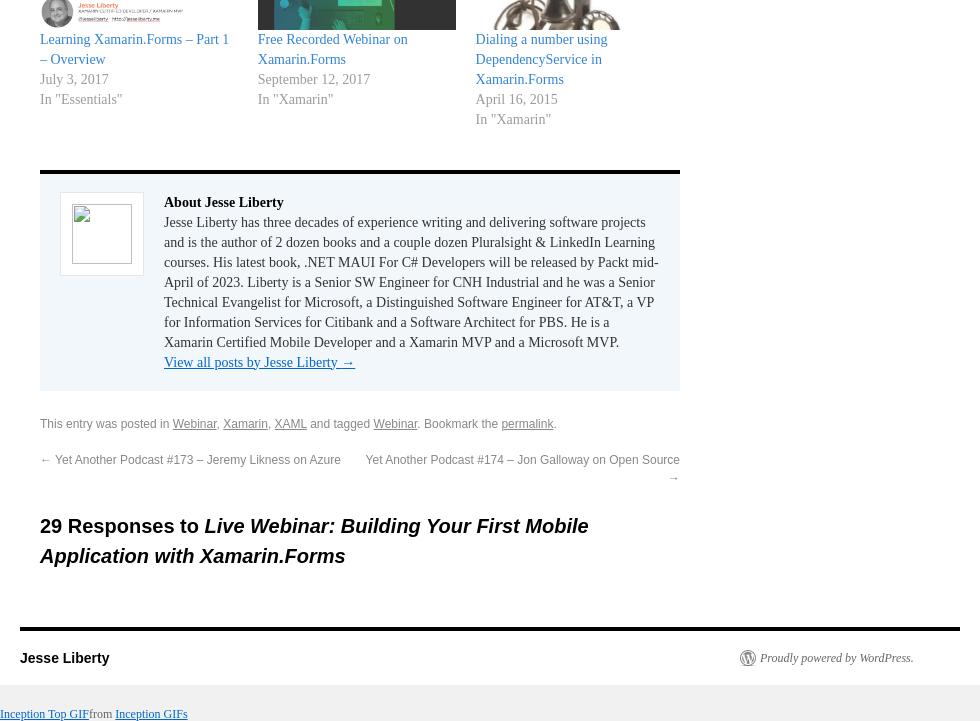 This screenshot has width=980, height=721. What do you see at coordinates (223, 200) in the screenshot?
I see `'About Jesse Liberty'` at bounding box center [223, 200].